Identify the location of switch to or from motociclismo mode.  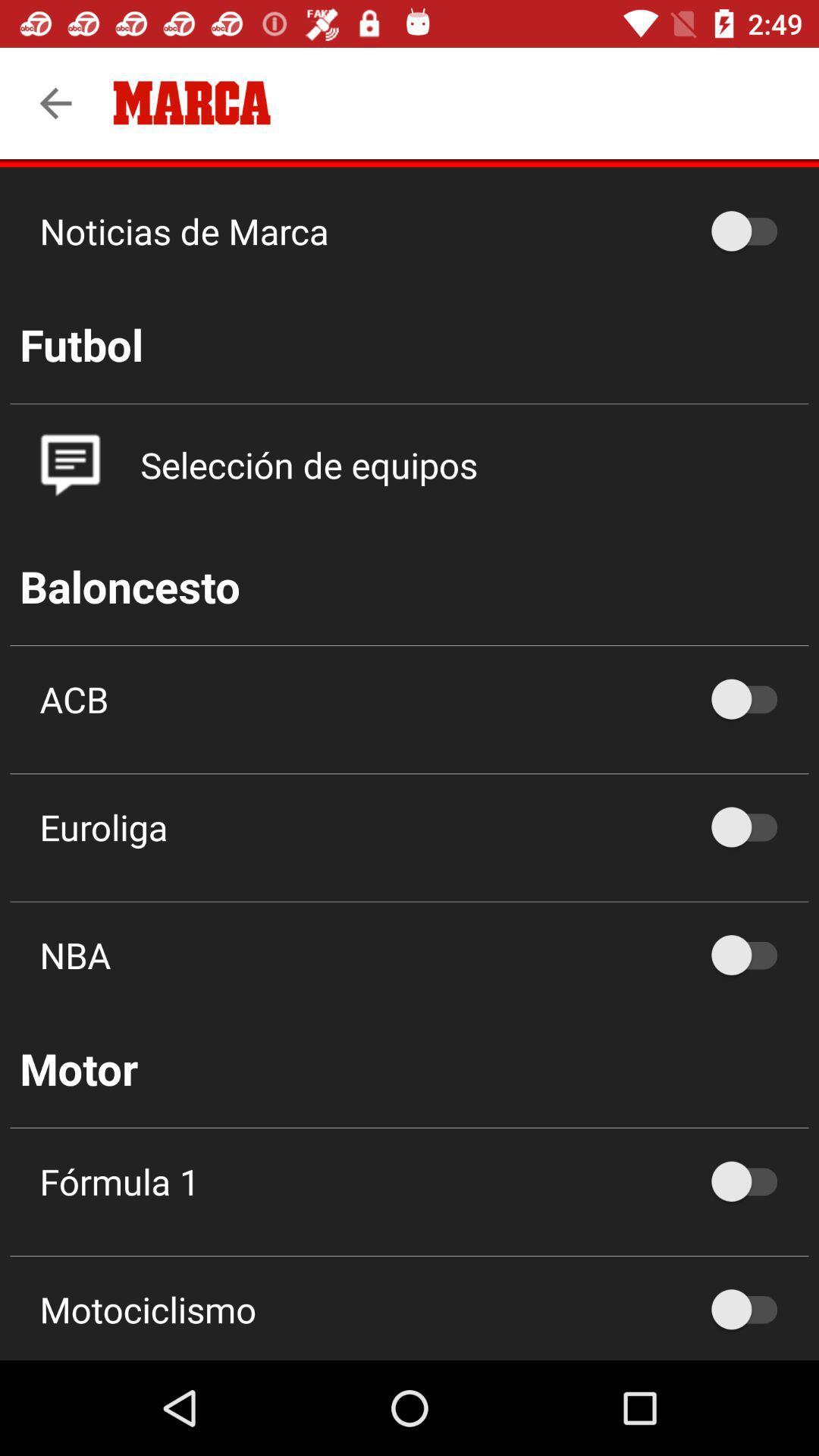
(752, 1308).